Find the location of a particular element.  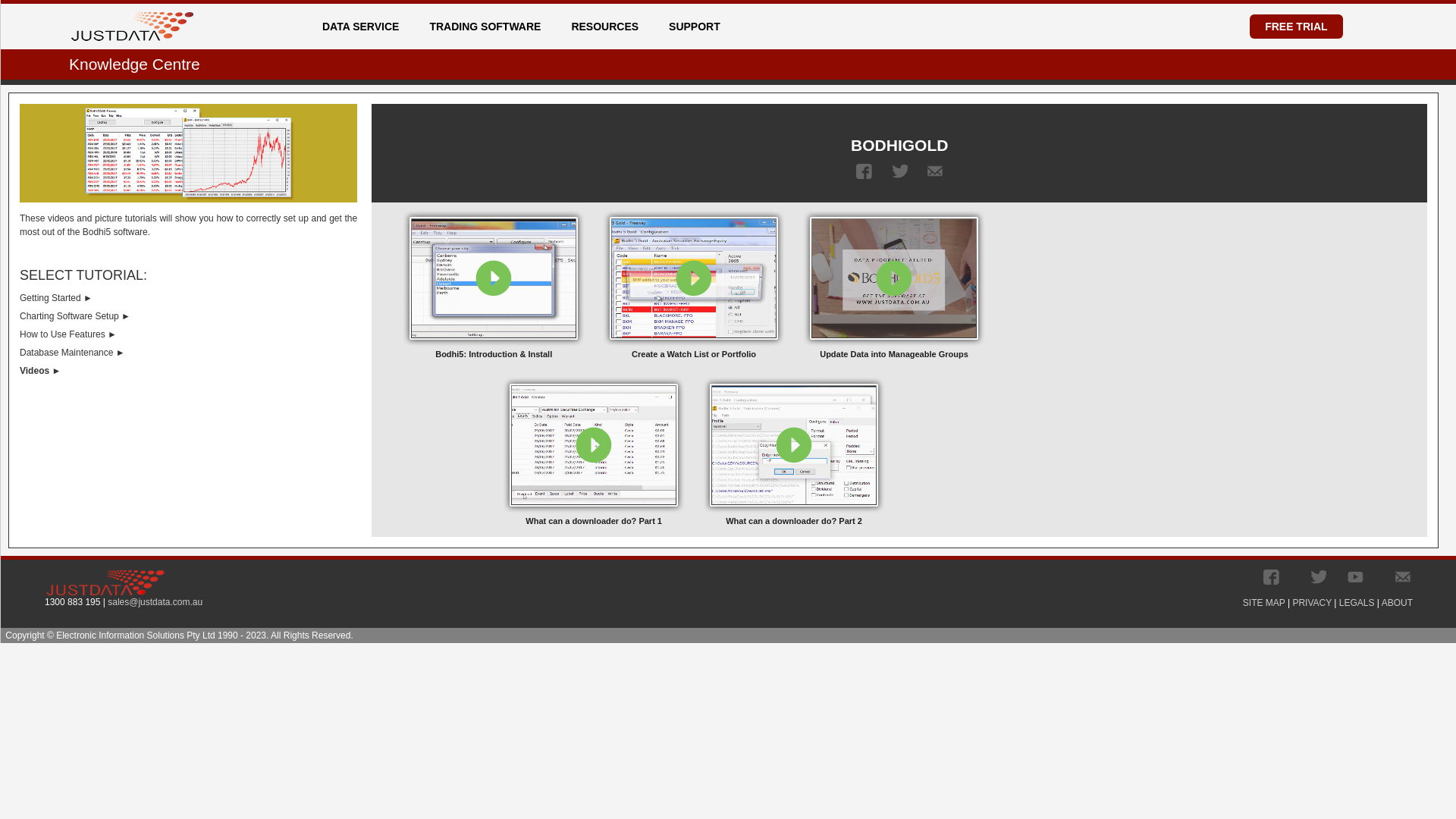

'sales@justdata.com.au' is located at coordinates (155, 601).